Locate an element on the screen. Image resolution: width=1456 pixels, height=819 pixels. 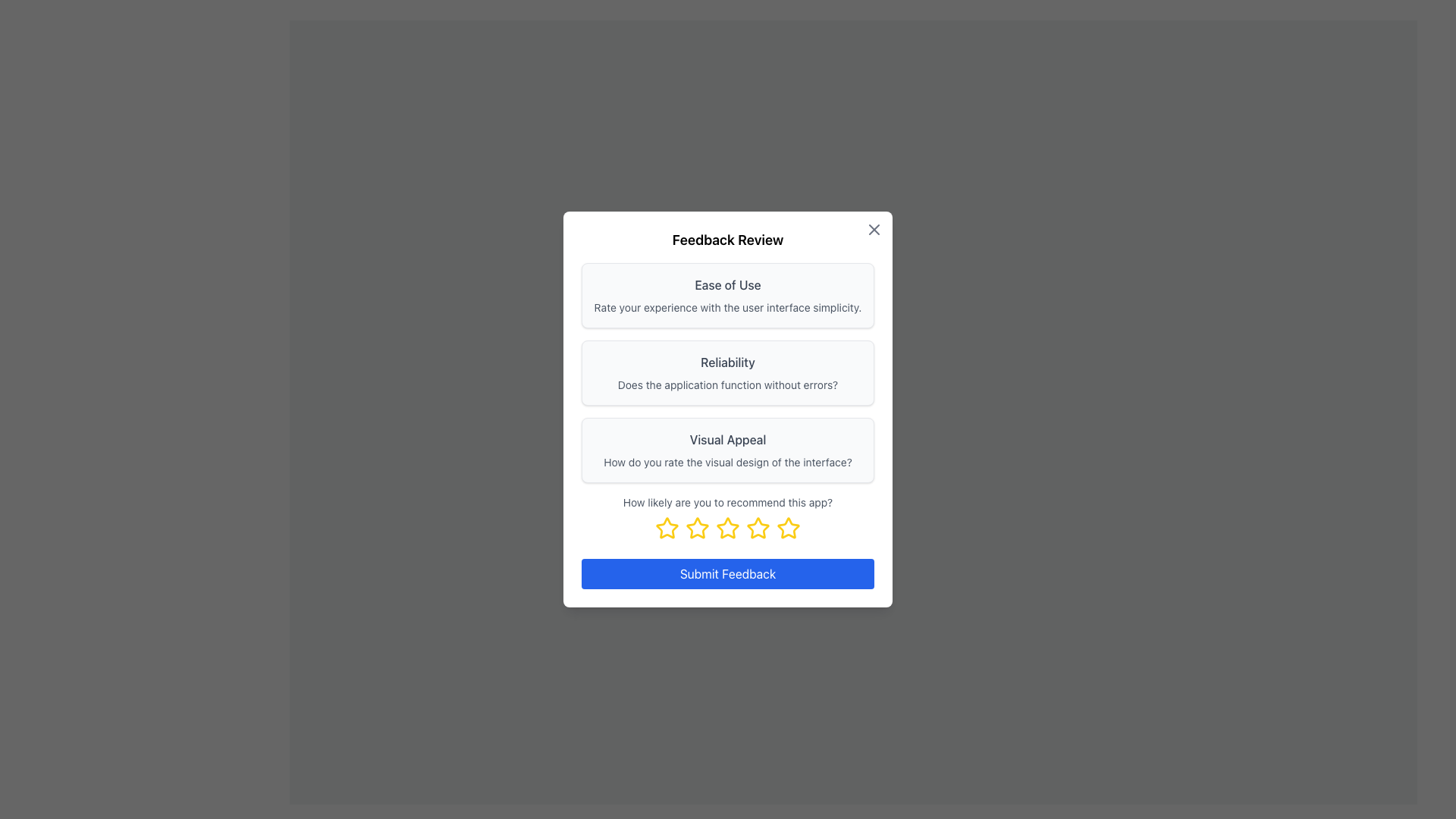
the fifth star in the interactive star rating icon is located at coordinates (789, 527).